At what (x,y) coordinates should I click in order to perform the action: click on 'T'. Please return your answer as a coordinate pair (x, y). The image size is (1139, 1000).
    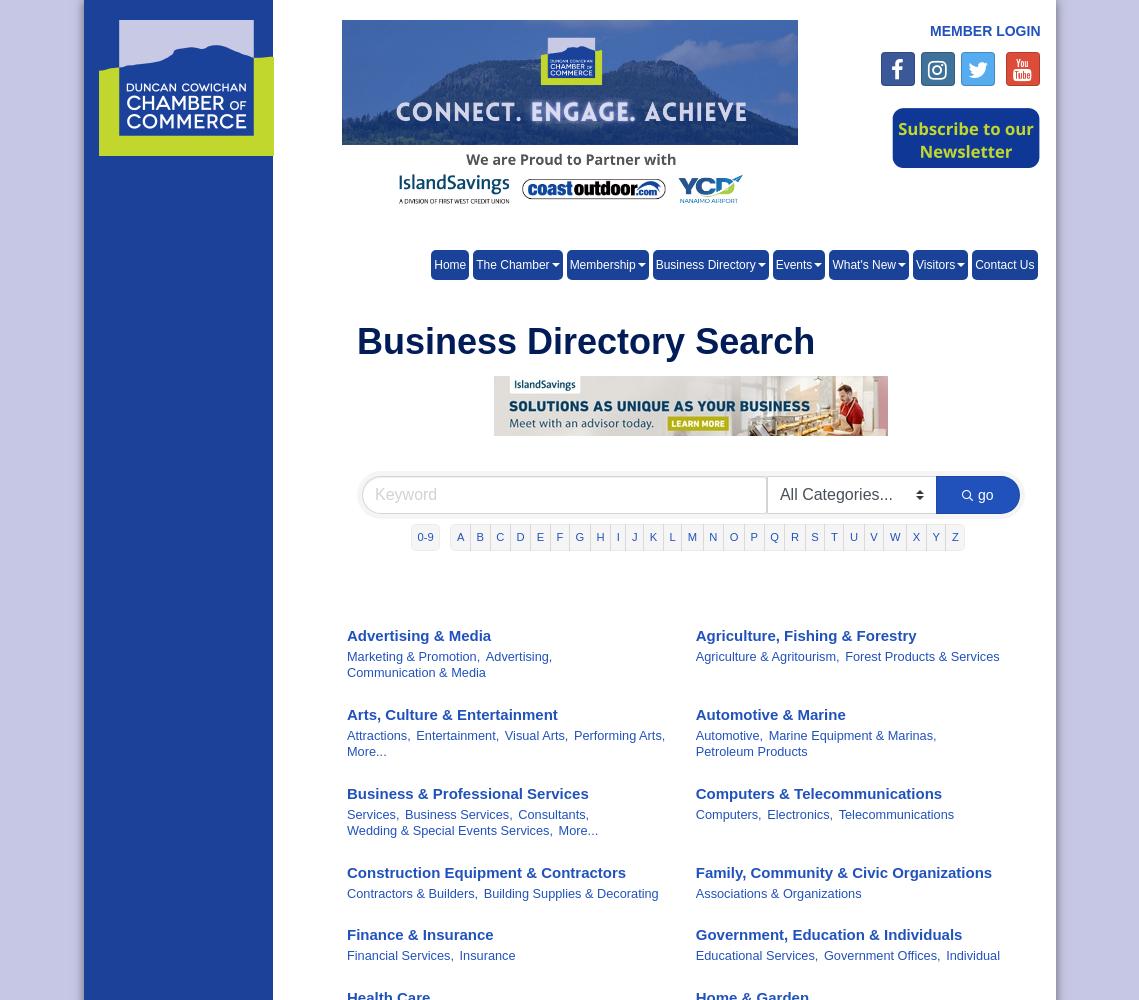
    Looking at the image, I should click on (832, 537).